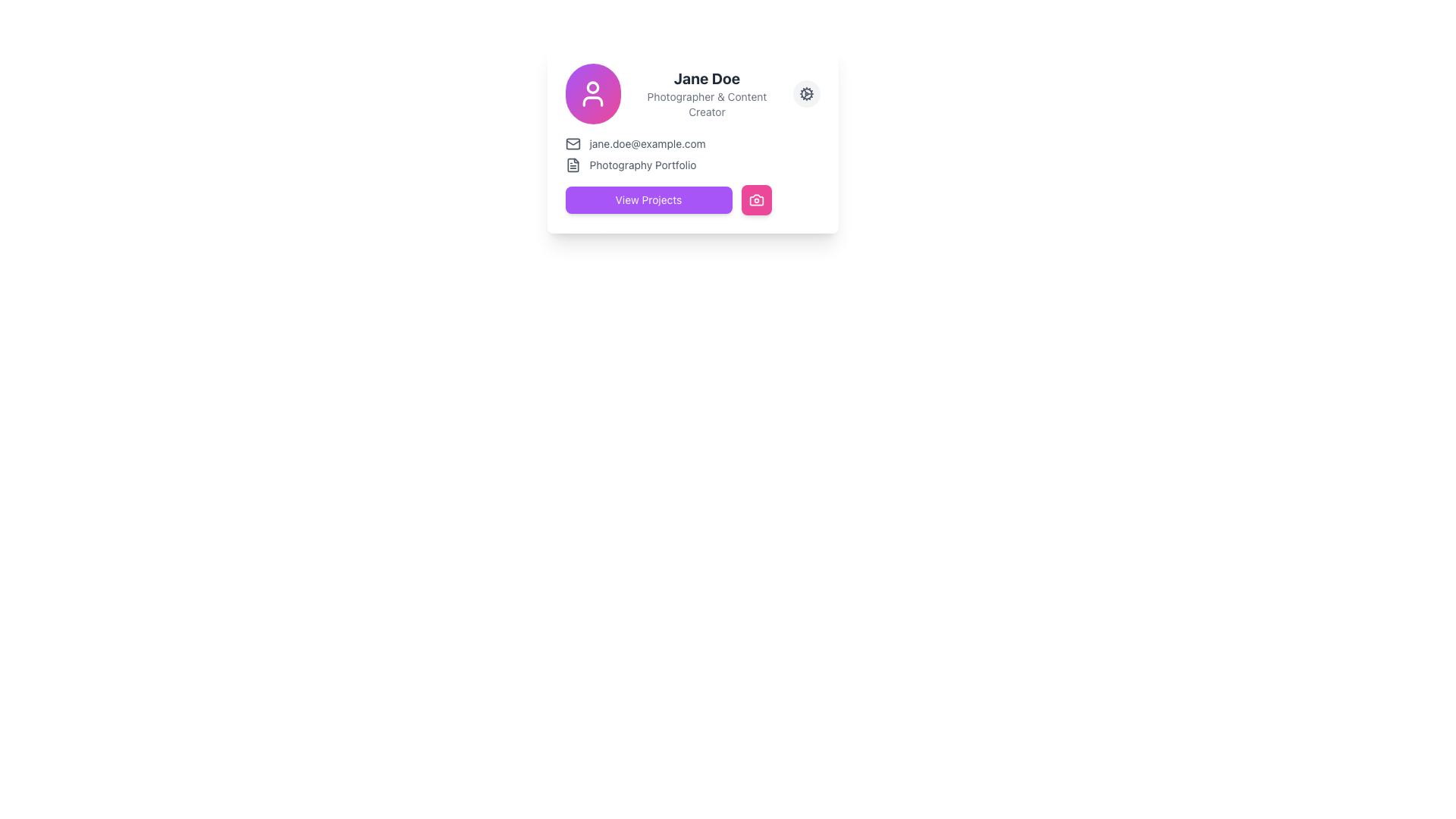  What do you see at coordinates (706, 104) in the screenshot?
I see `the text label that reads 'Photographer & Content Creator'` at bounding box center [706, 104].